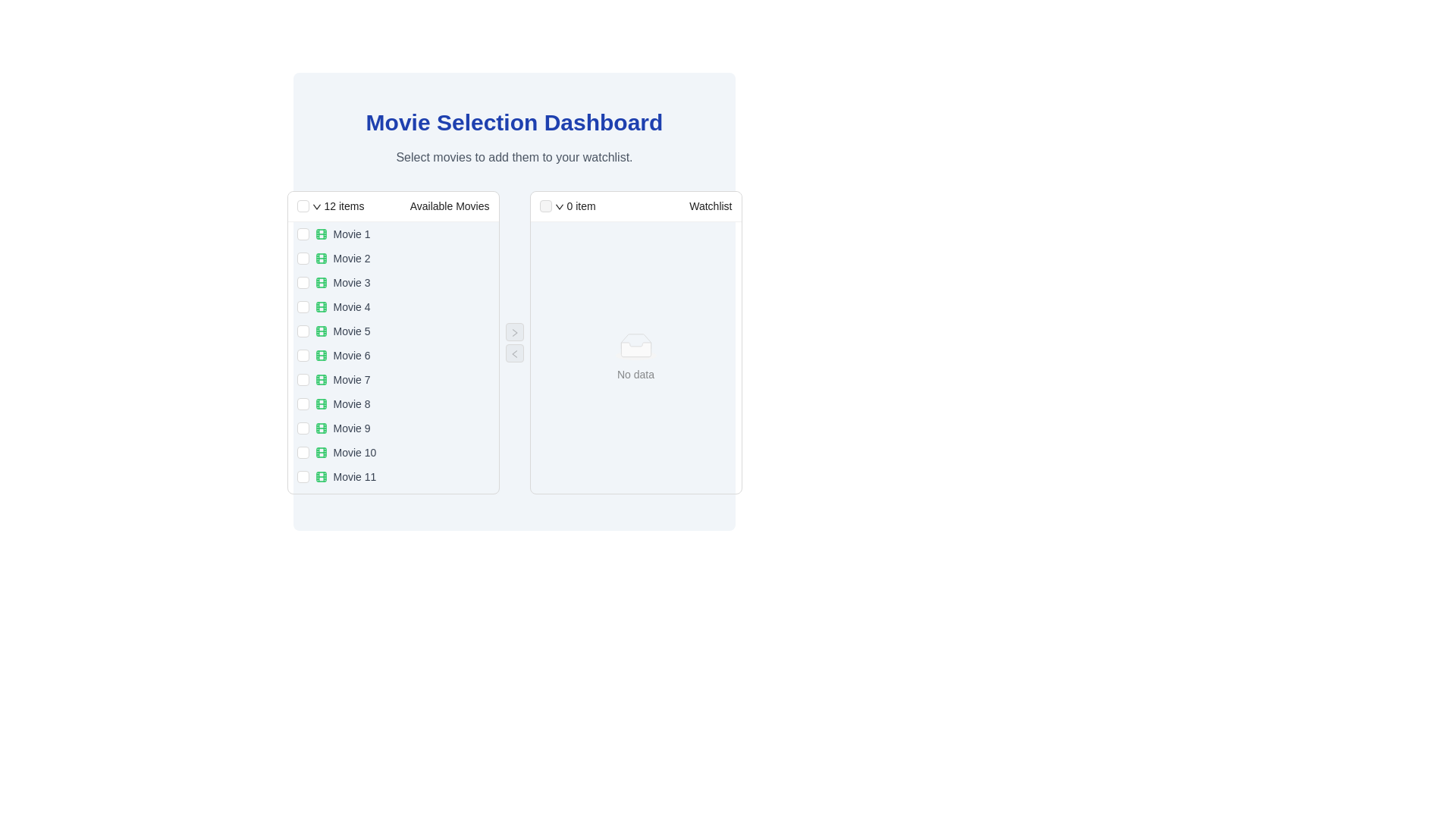 Image resolution: width=1456 pixels, height=819 pixels. Describe the element at coordinates (351, 428) in the screenshot. I see `text of the label displaying 'Movie 9', which is the ninth entry in the vertical list labeled 'Available Movies'` at that location.